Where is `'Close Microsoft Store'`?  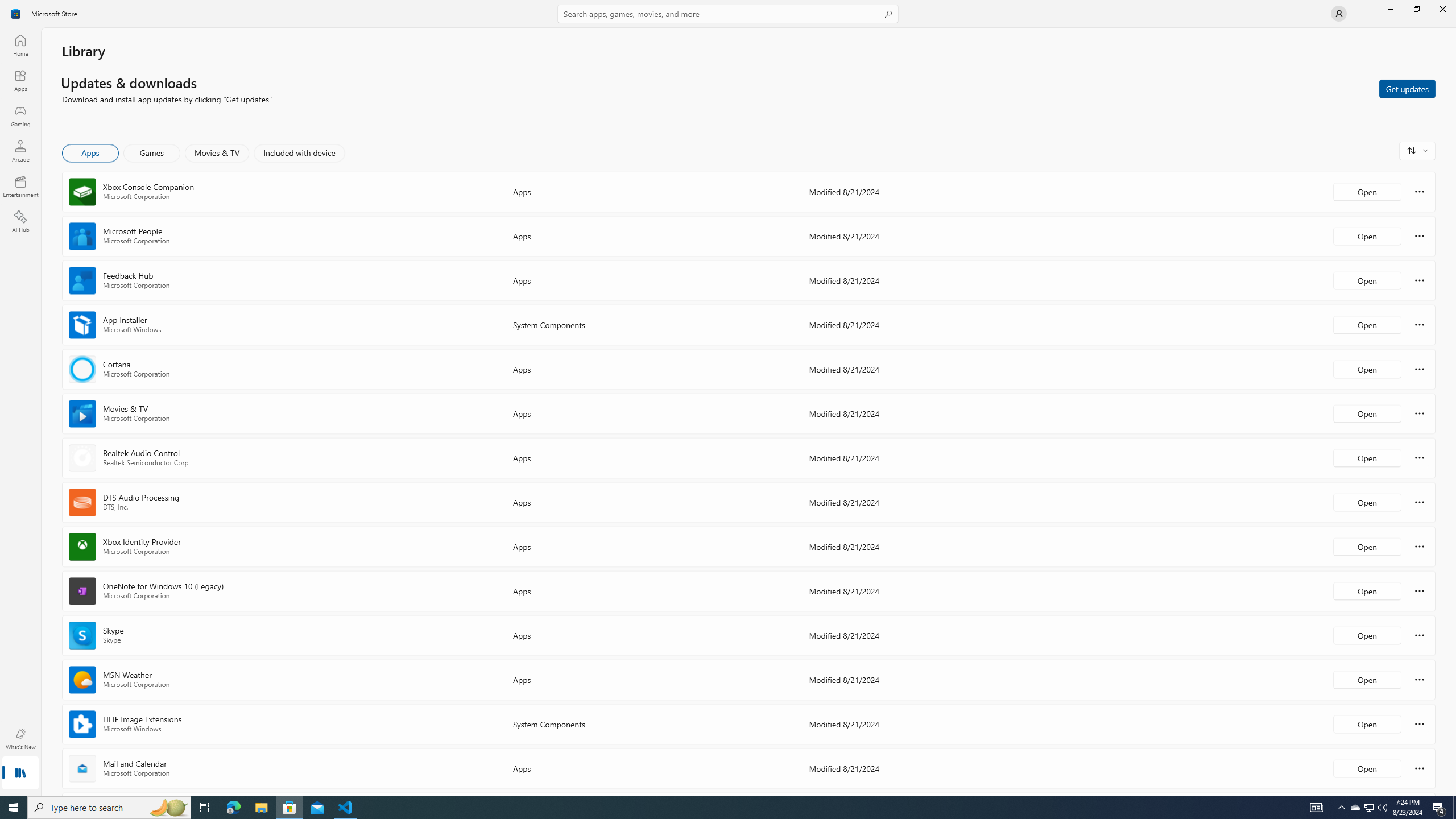 'Close Microsoft Store' is located at coordinates (1442, 9).